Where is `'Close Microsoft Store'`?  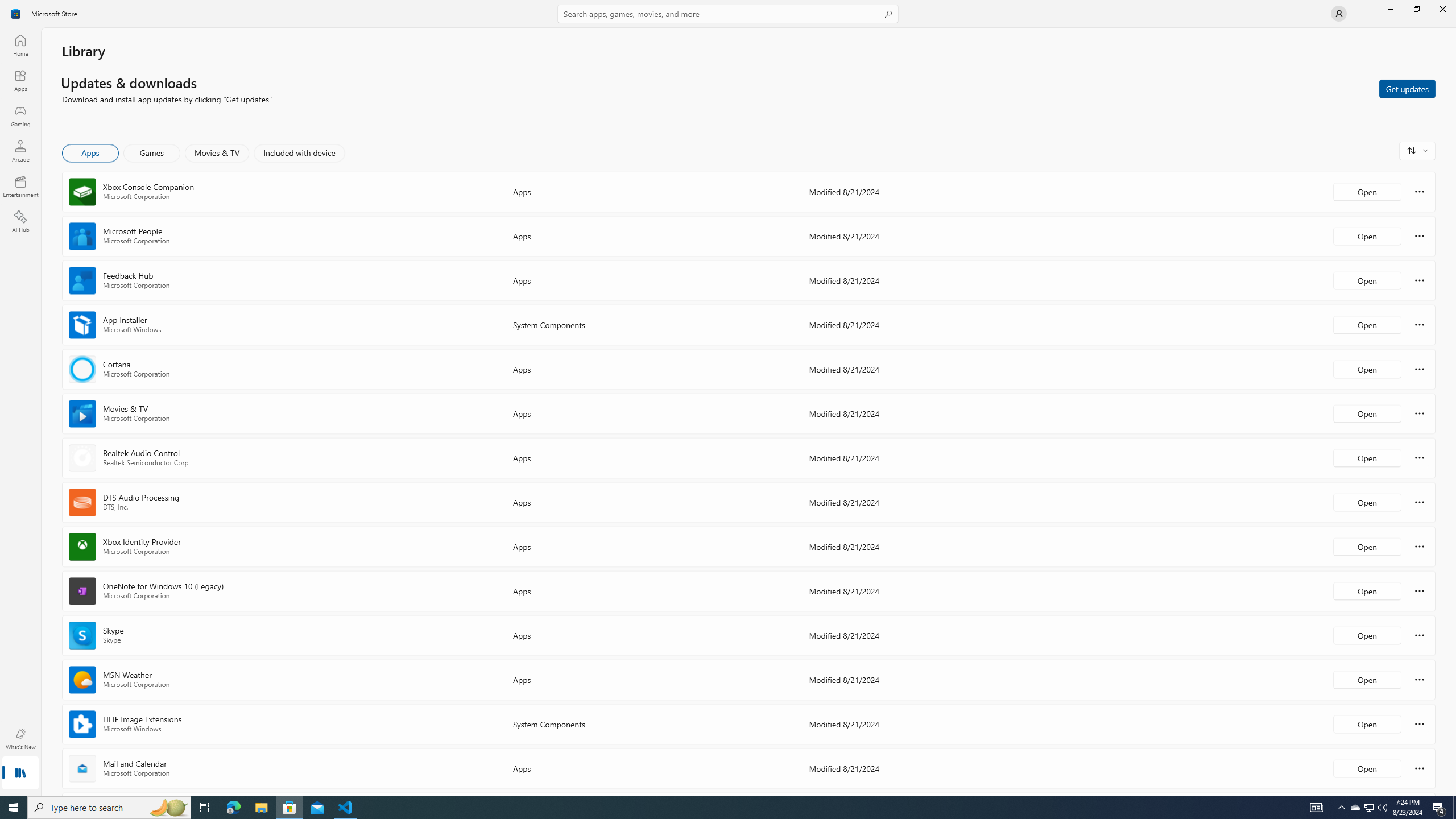 'Close Microsoft Store' is located at coordinates (1442, 9).